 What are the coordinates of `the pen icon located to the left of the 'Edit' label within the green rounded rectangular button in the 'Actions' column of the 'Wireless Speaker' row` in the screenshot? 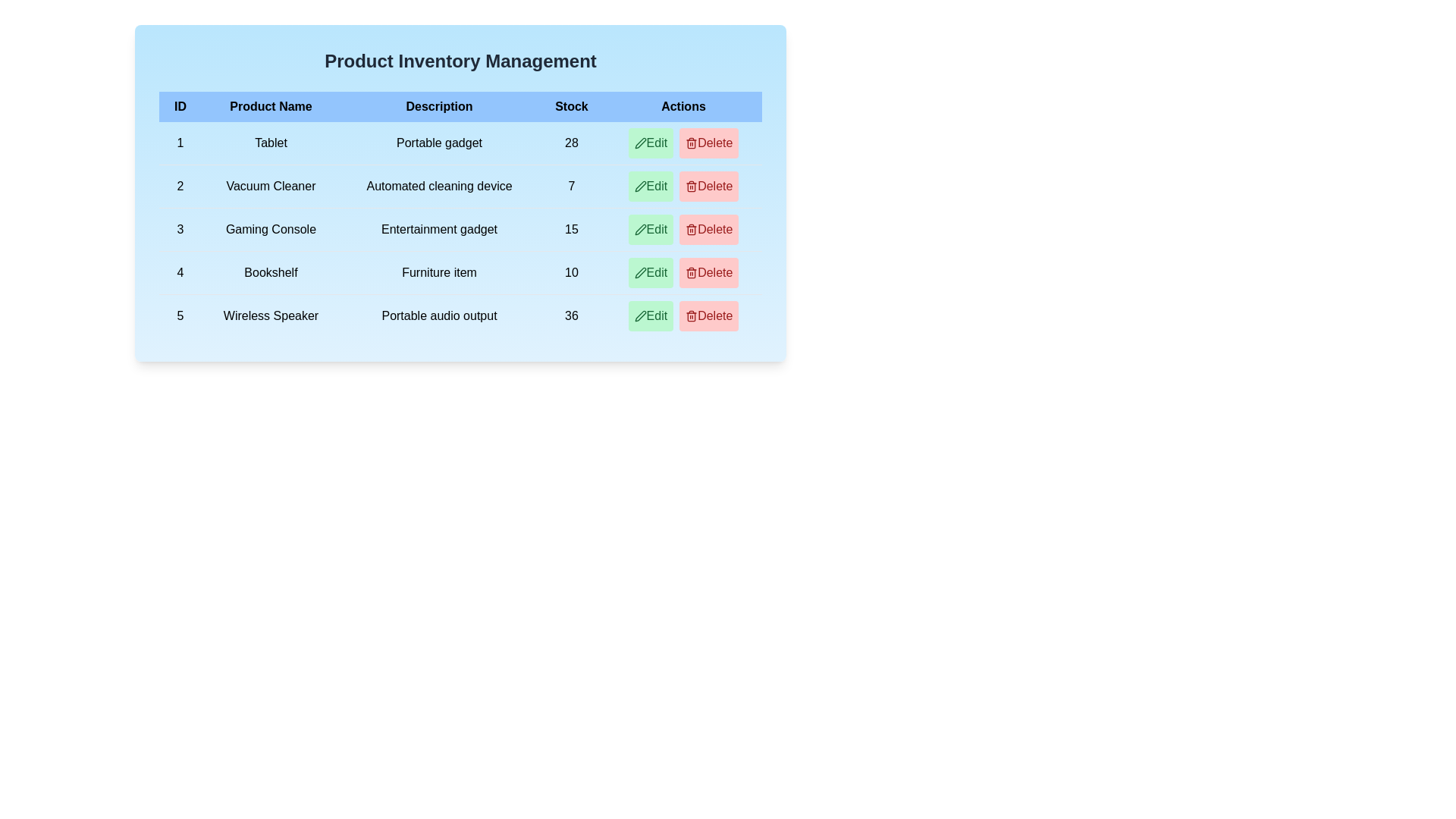 It's located at (640, 315).